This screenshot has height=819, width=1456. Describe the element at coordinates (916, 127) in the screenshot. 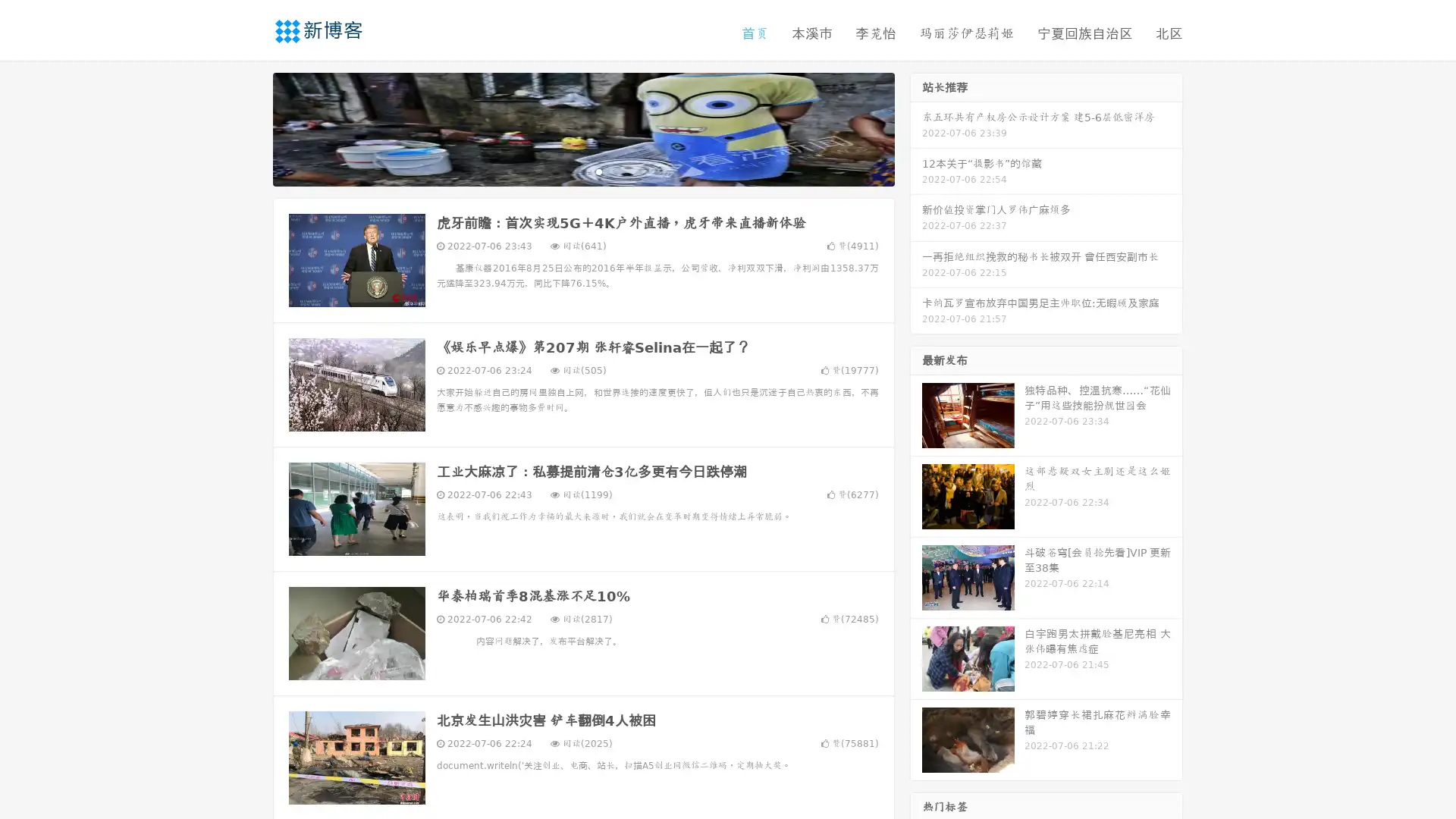

I see `Next slide` at that location.